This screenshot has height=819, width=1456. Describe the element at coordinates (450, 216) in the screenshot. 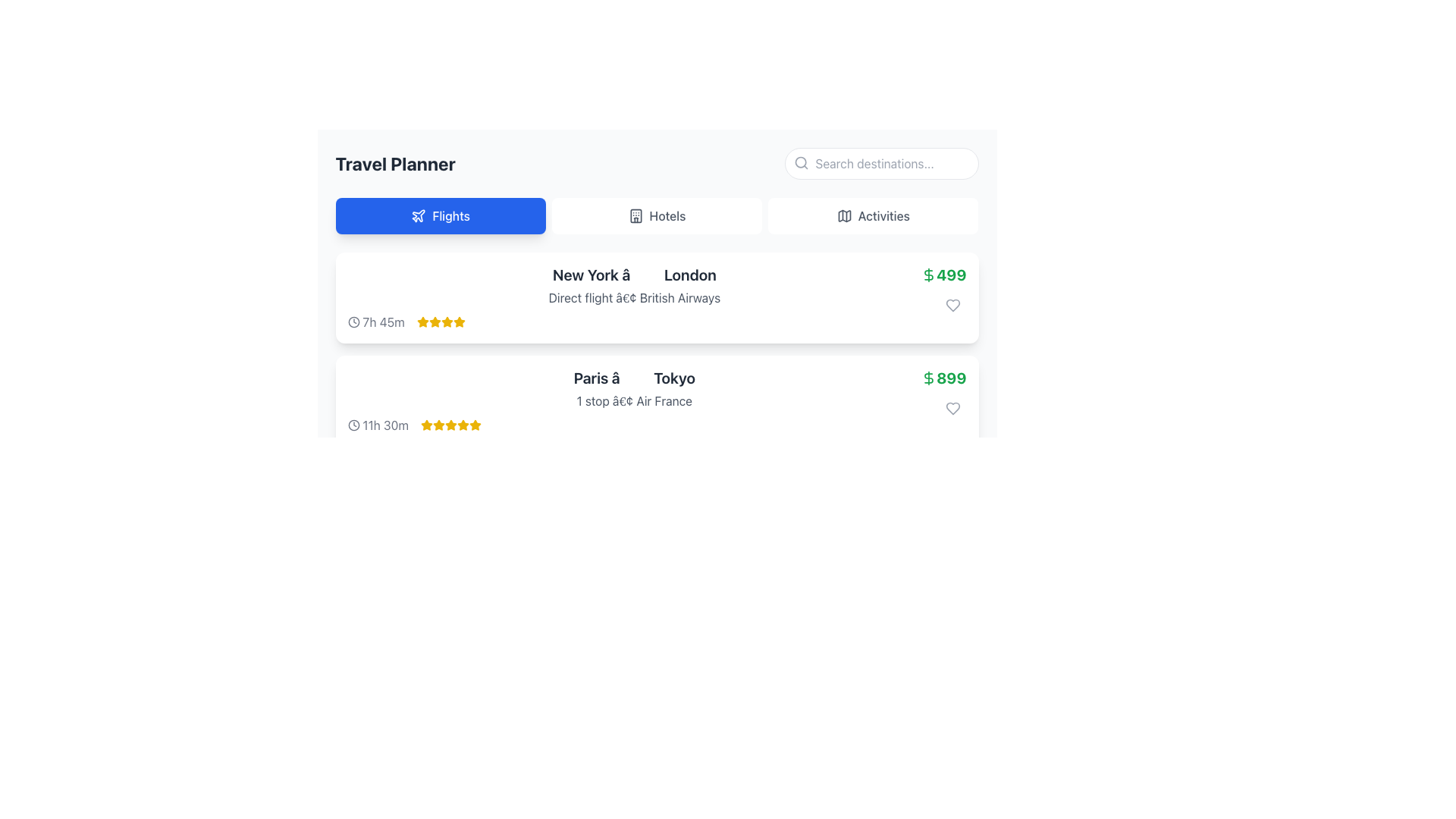

I see `the 'Flights' text label, which is displayed in white on a blue background and is the first item in the navigation bar` at that location.